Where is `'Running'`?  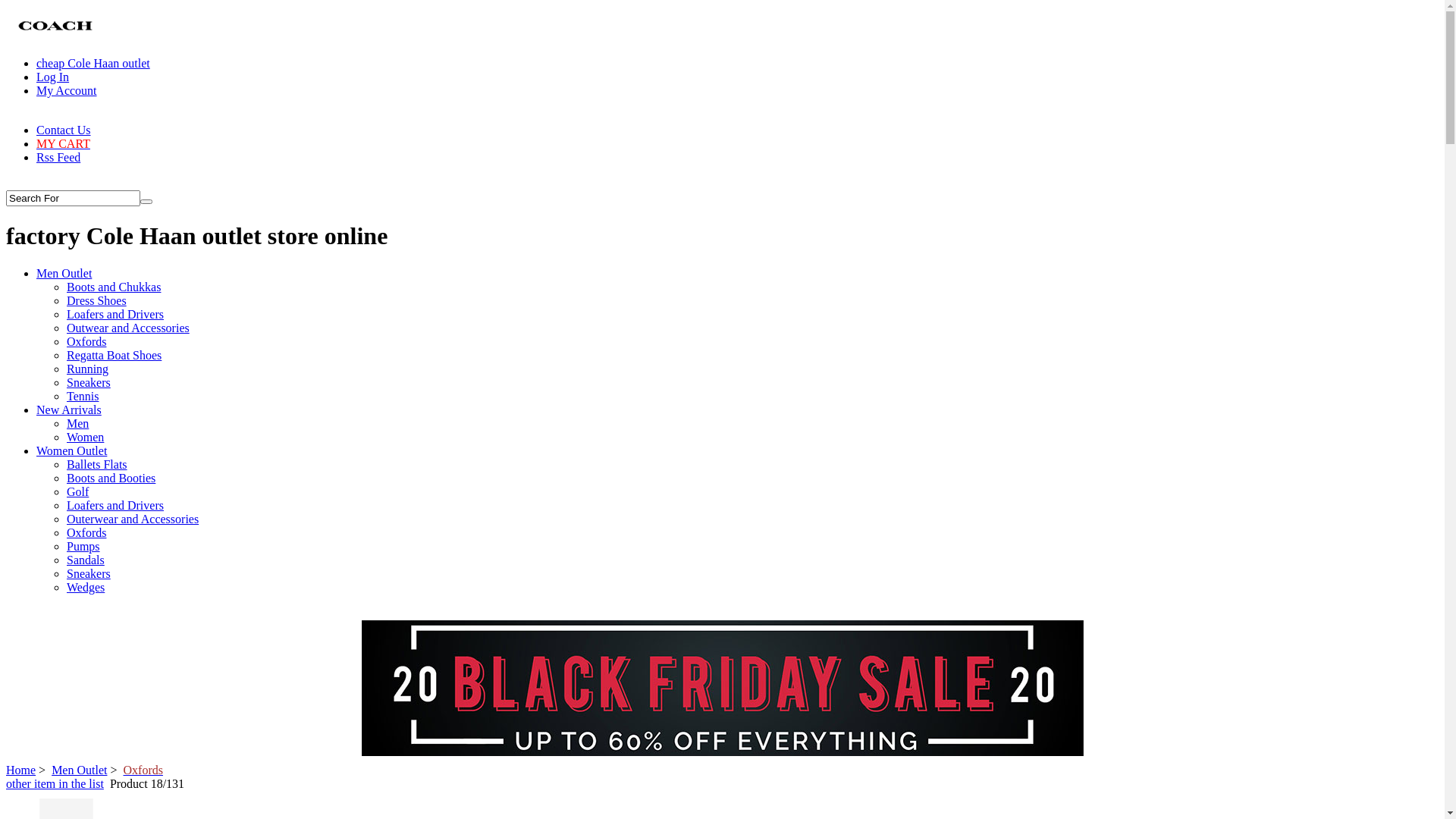 'Running' is located at coordinates (65, 369).